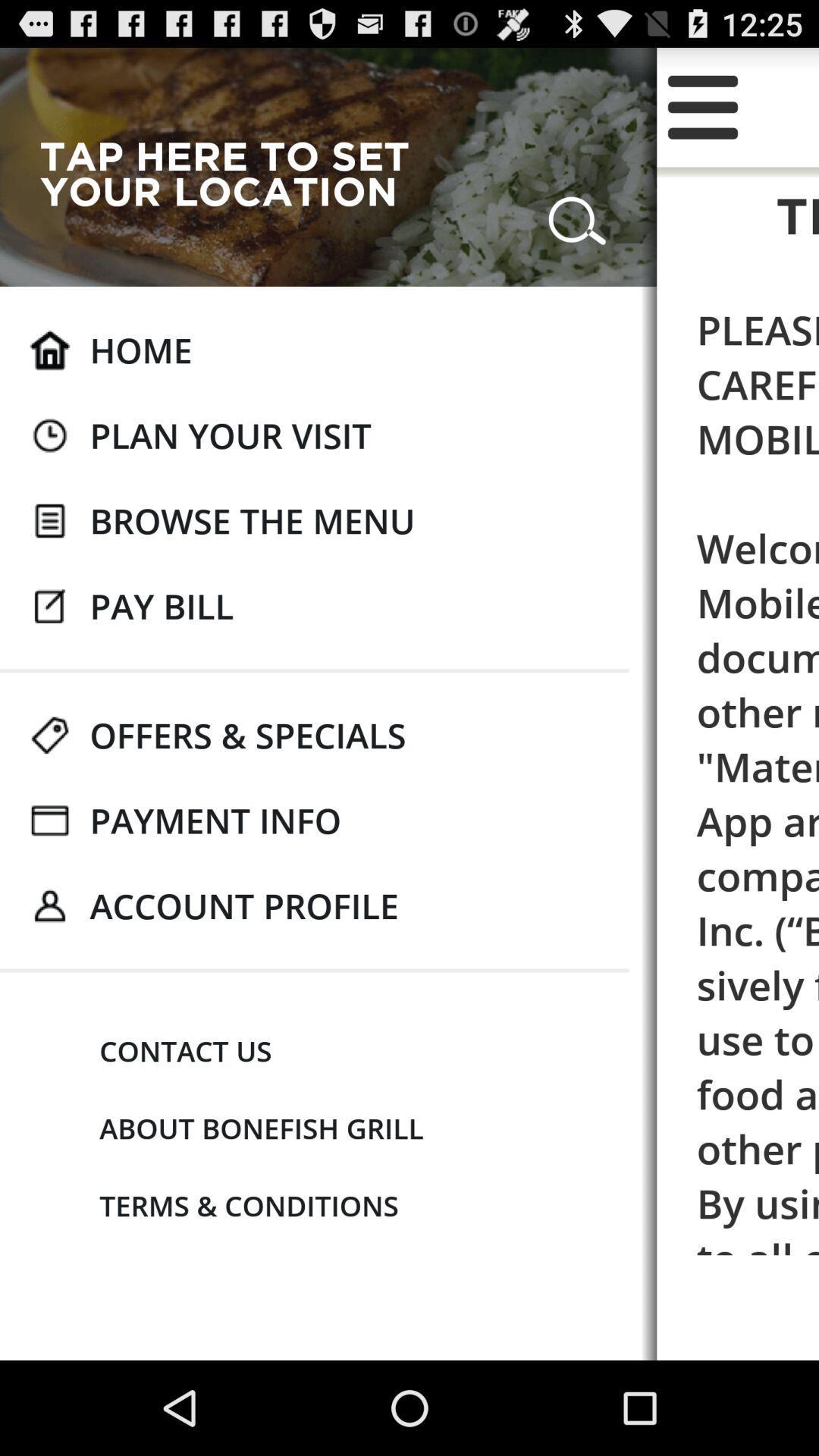  What do you see at coordinates (243, 905) in the screenshot?
I see `the item to the left of please read these icon` at bounding box center [243, 905].